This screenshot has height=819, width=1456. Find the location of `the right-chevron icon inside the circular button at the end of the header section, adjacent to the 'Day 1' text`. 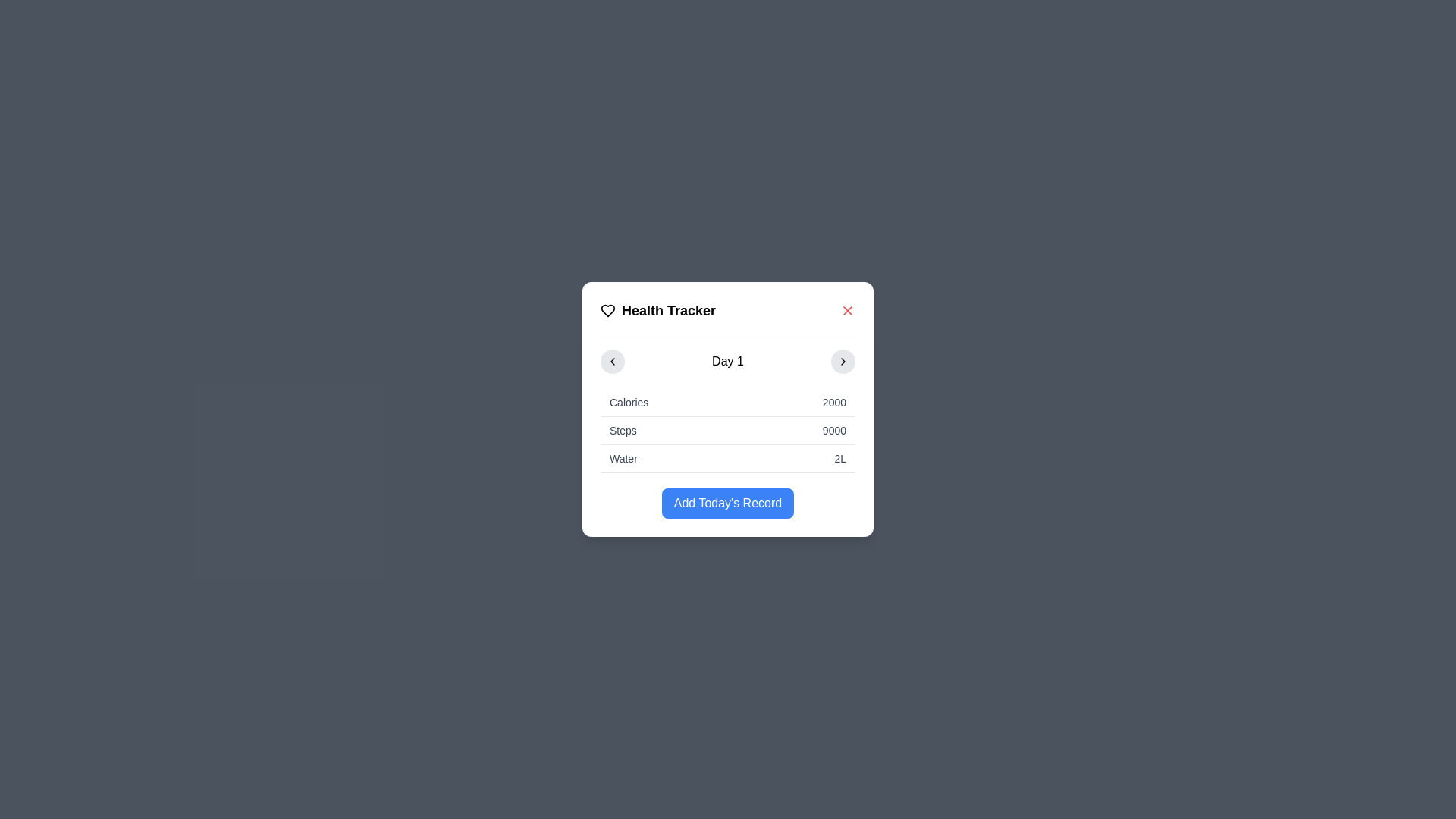

the right-chevron icon inside the circular button at the end of the header section, adjacent to the 'Day 1' text is located at coordinates (843, 362).